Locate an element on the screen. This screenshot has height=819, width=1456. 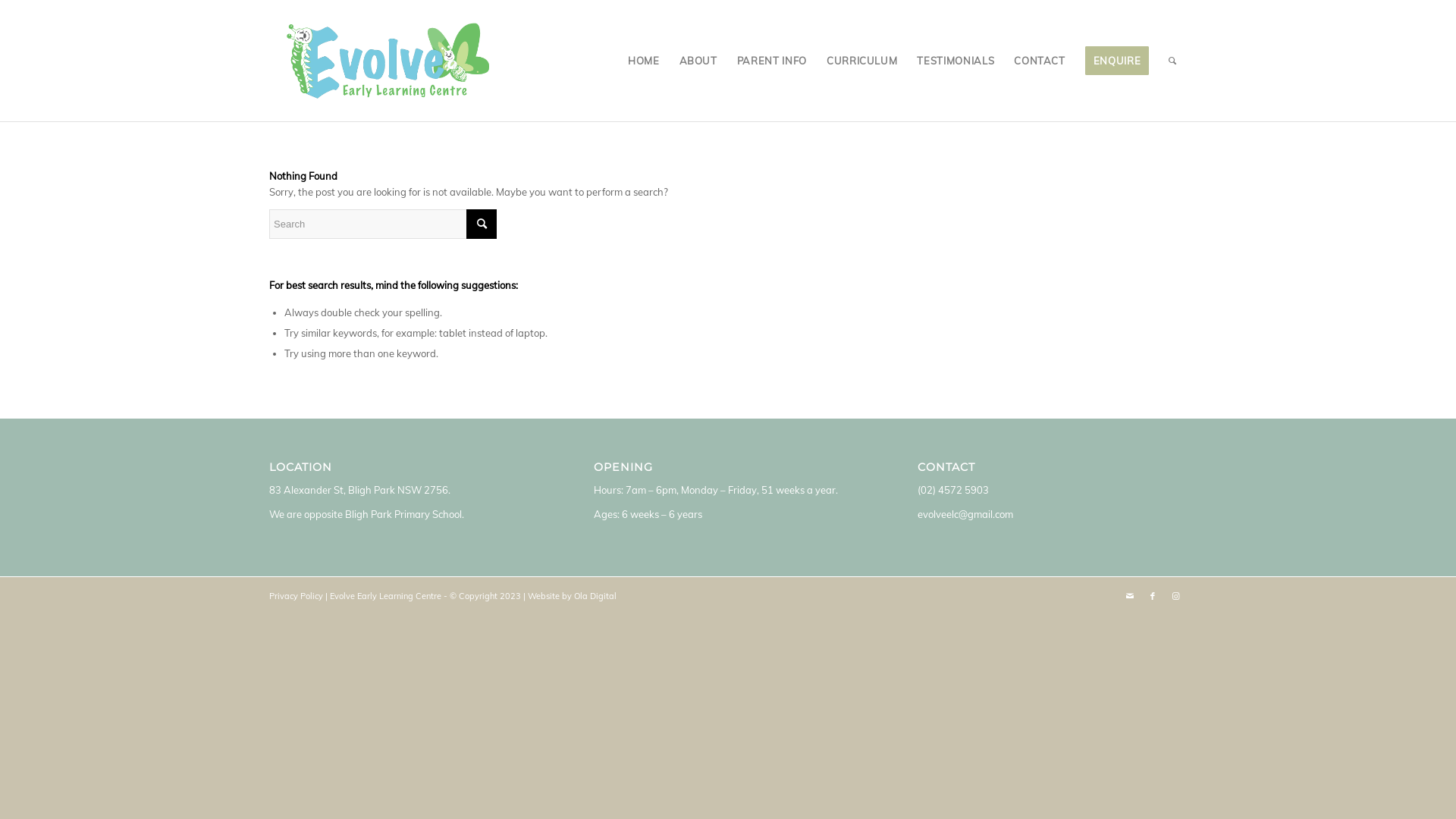
'ENQUIRE' is located at coordinates (1117, 60).